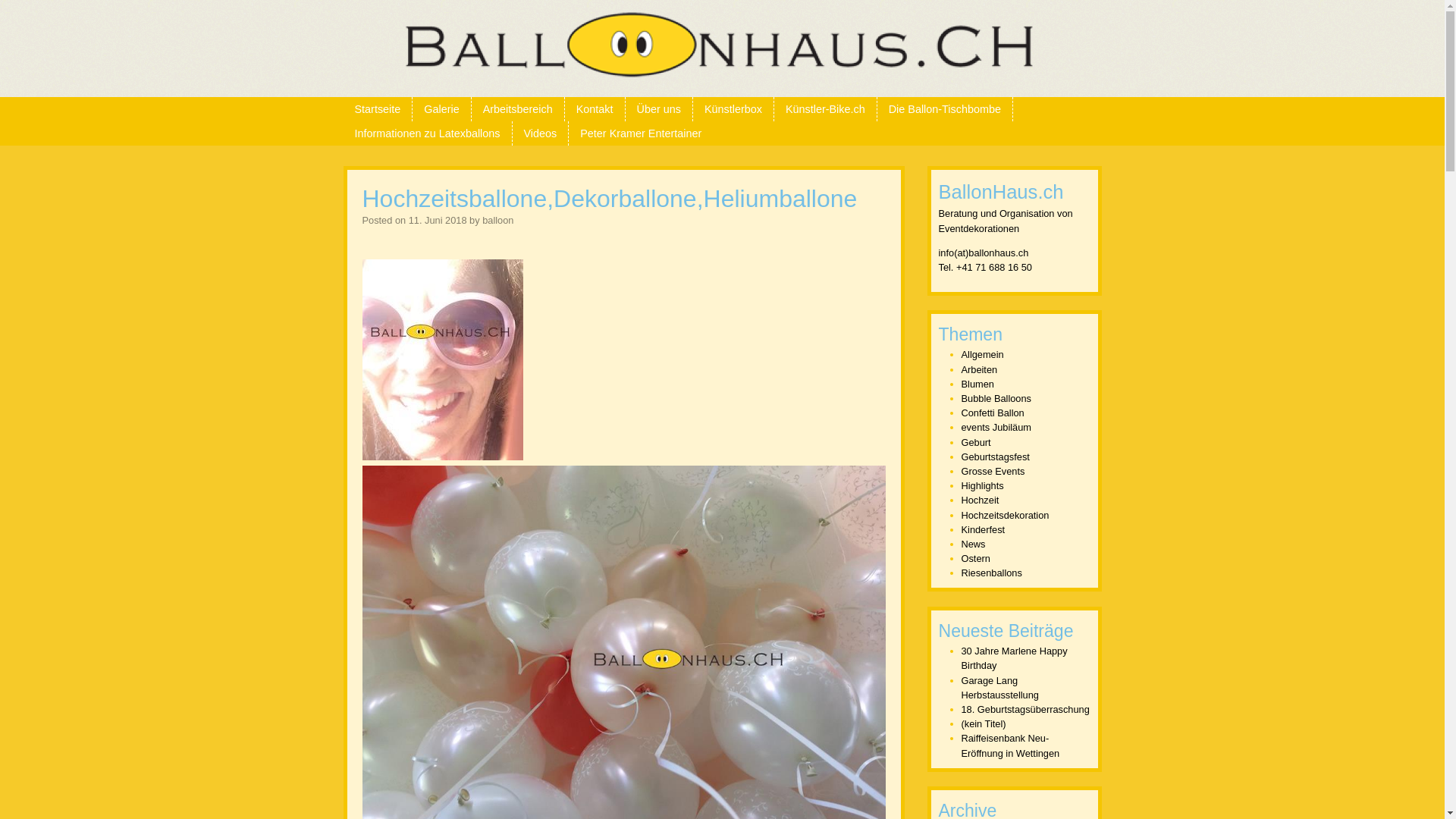 The height and width of the screenshot is (819, 1456). Describe the element at coordinates (976, 442) in the screenshot. I see `'Geburt'` at that location.